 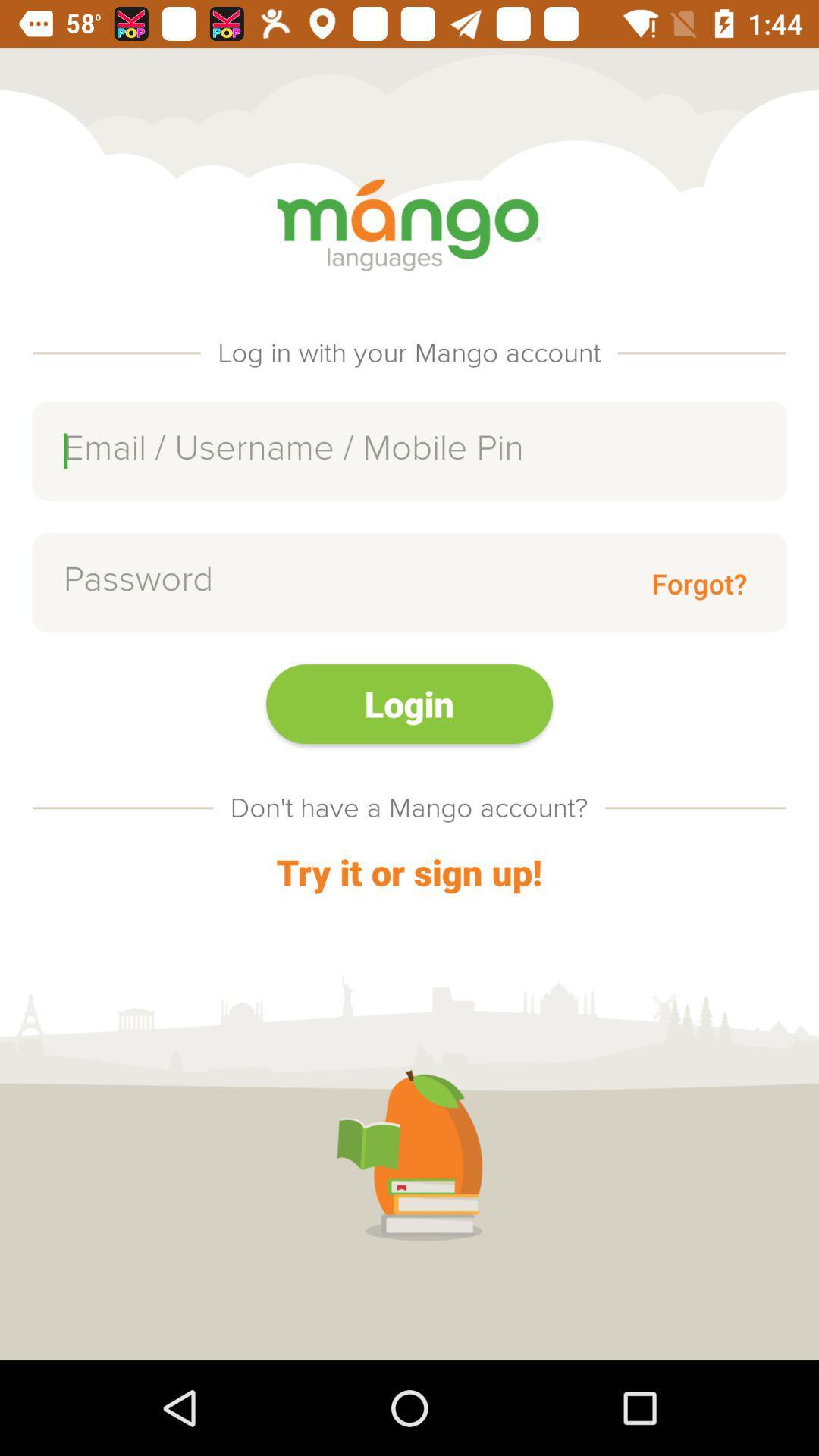 What do you see at coordinates (699, 582) in the screenshot?
I see `the forgot? icon` at bounding box center [699, 582].